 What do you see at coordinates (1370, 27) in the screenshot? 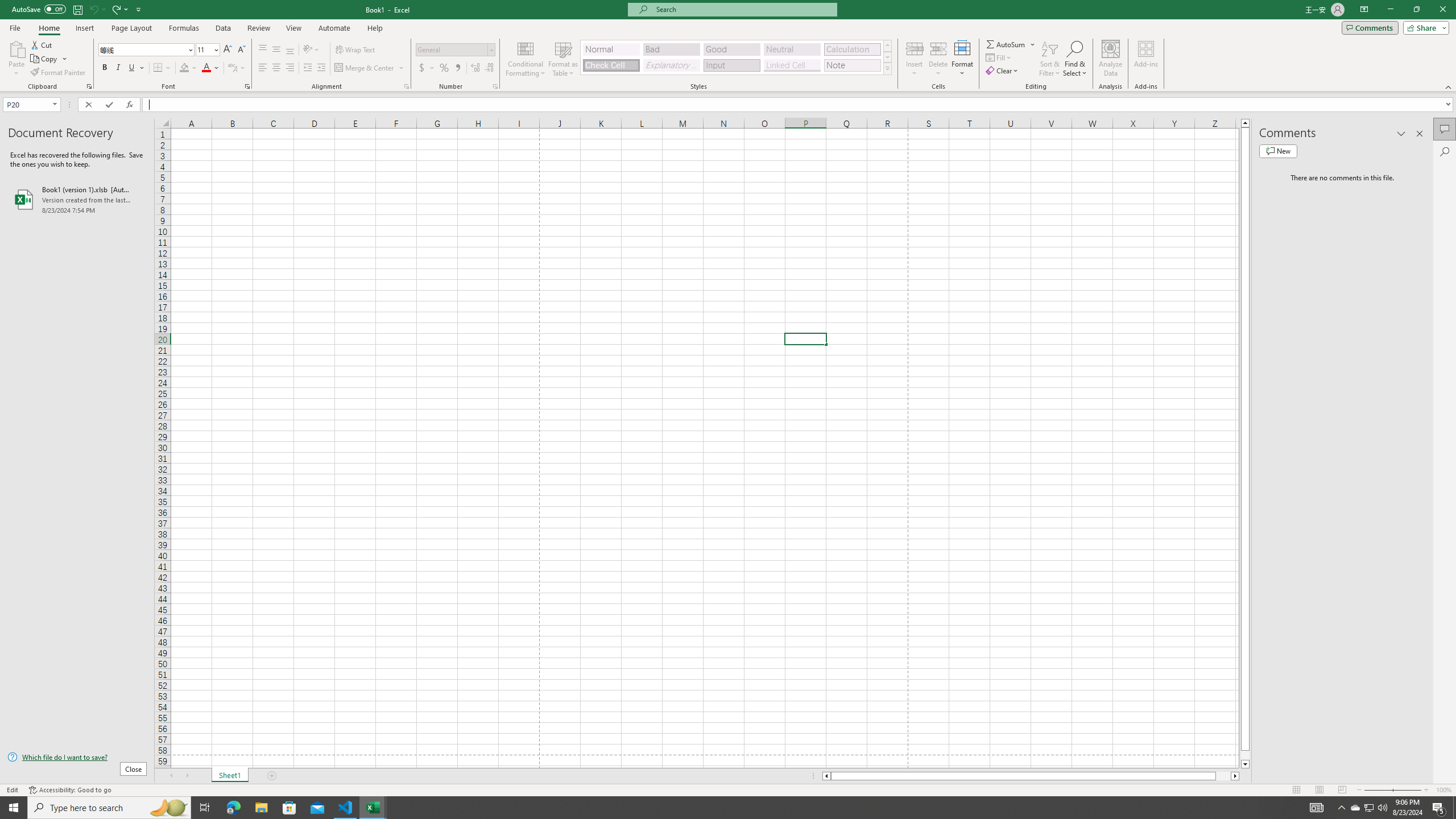
I see `'Comments'` at bounding box center [1370, 27].